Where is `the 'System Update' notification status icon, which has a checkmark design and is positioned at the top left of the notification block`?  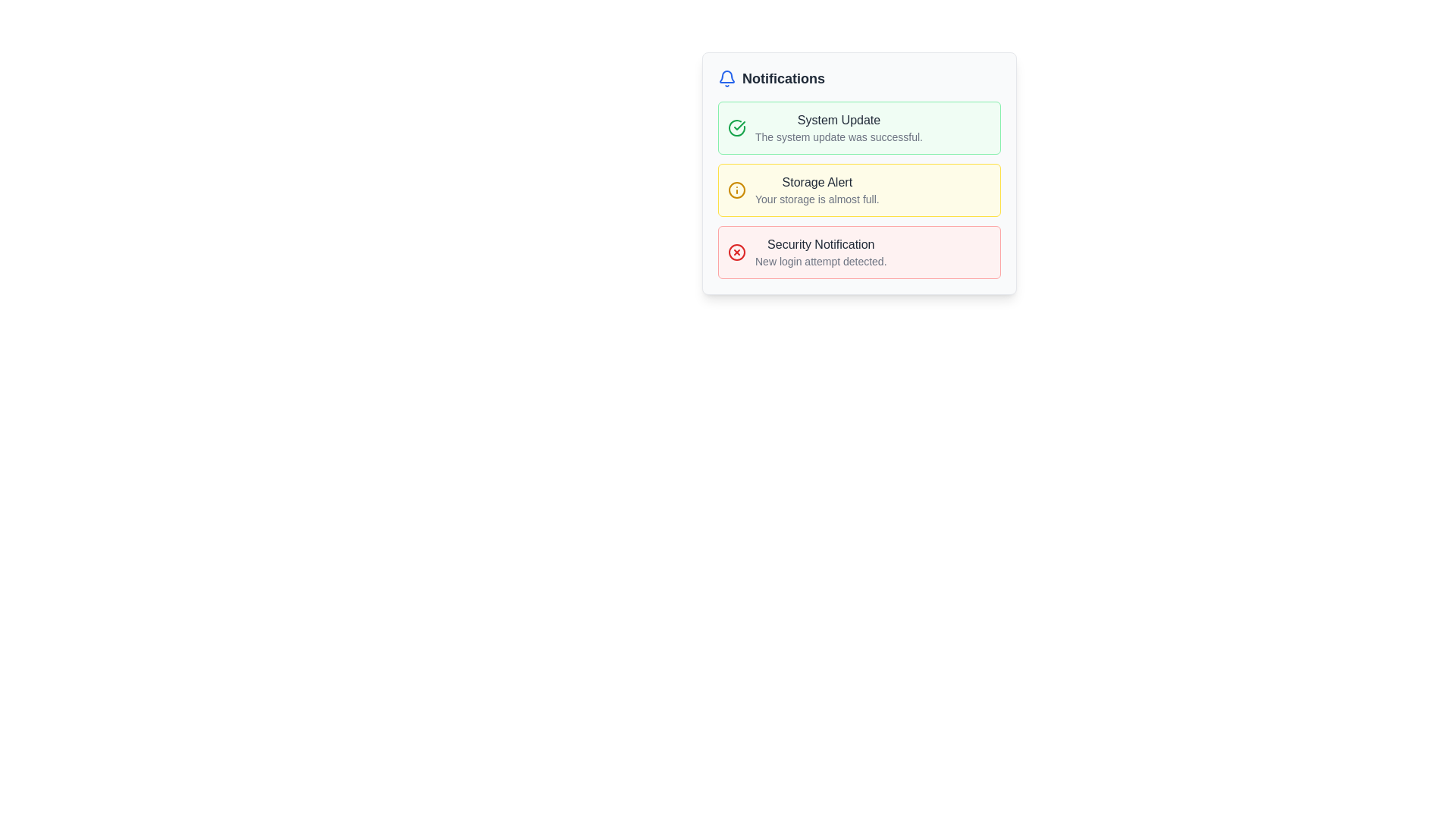
the 'System Update' notification status icon, which has a checkmark design and is positioned at the top left of the notification block is located at coordinates (736, 127).